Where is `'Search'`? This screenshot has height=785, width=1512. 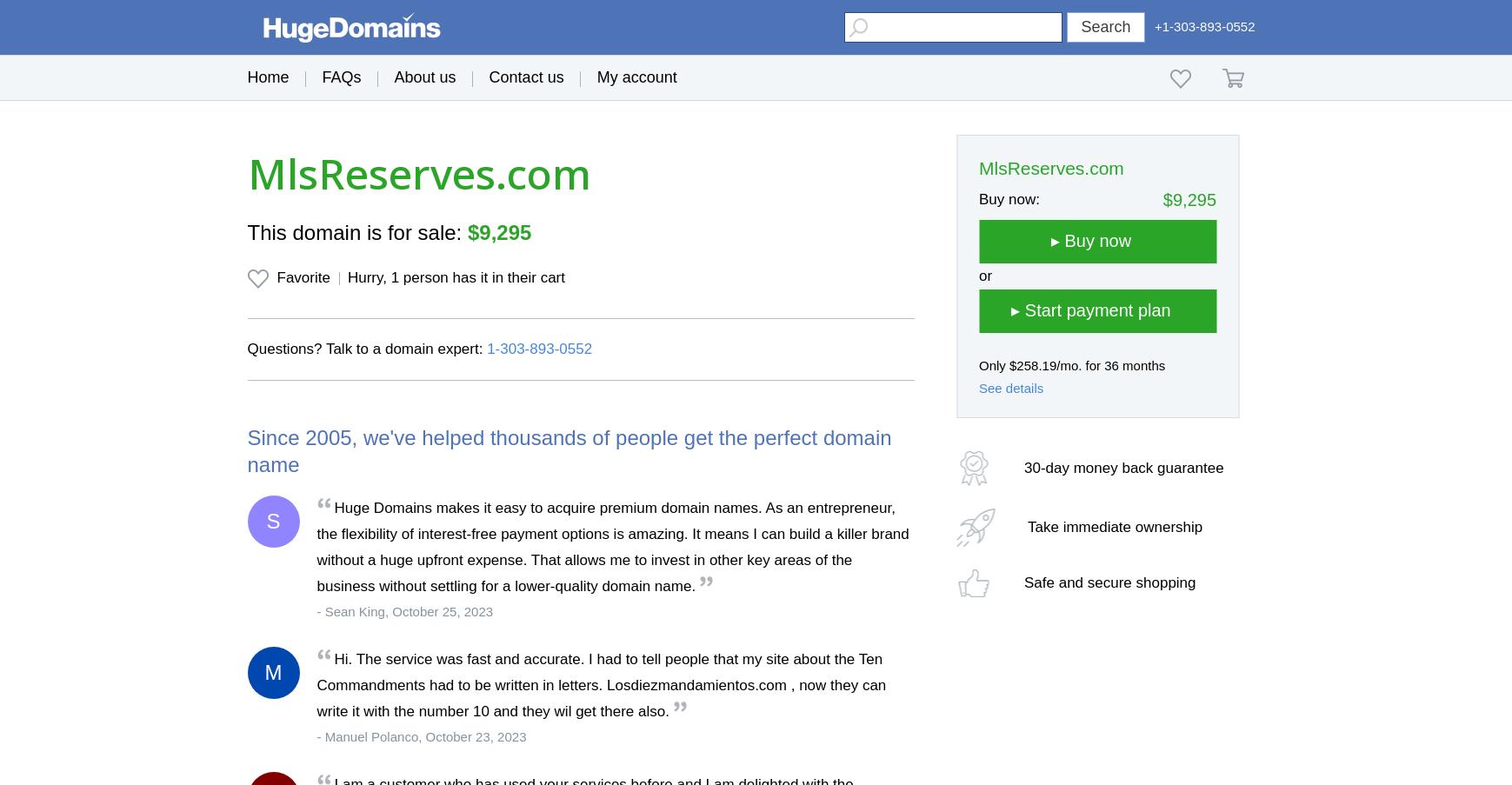 'Search' is located at coordinates (1104, 25).